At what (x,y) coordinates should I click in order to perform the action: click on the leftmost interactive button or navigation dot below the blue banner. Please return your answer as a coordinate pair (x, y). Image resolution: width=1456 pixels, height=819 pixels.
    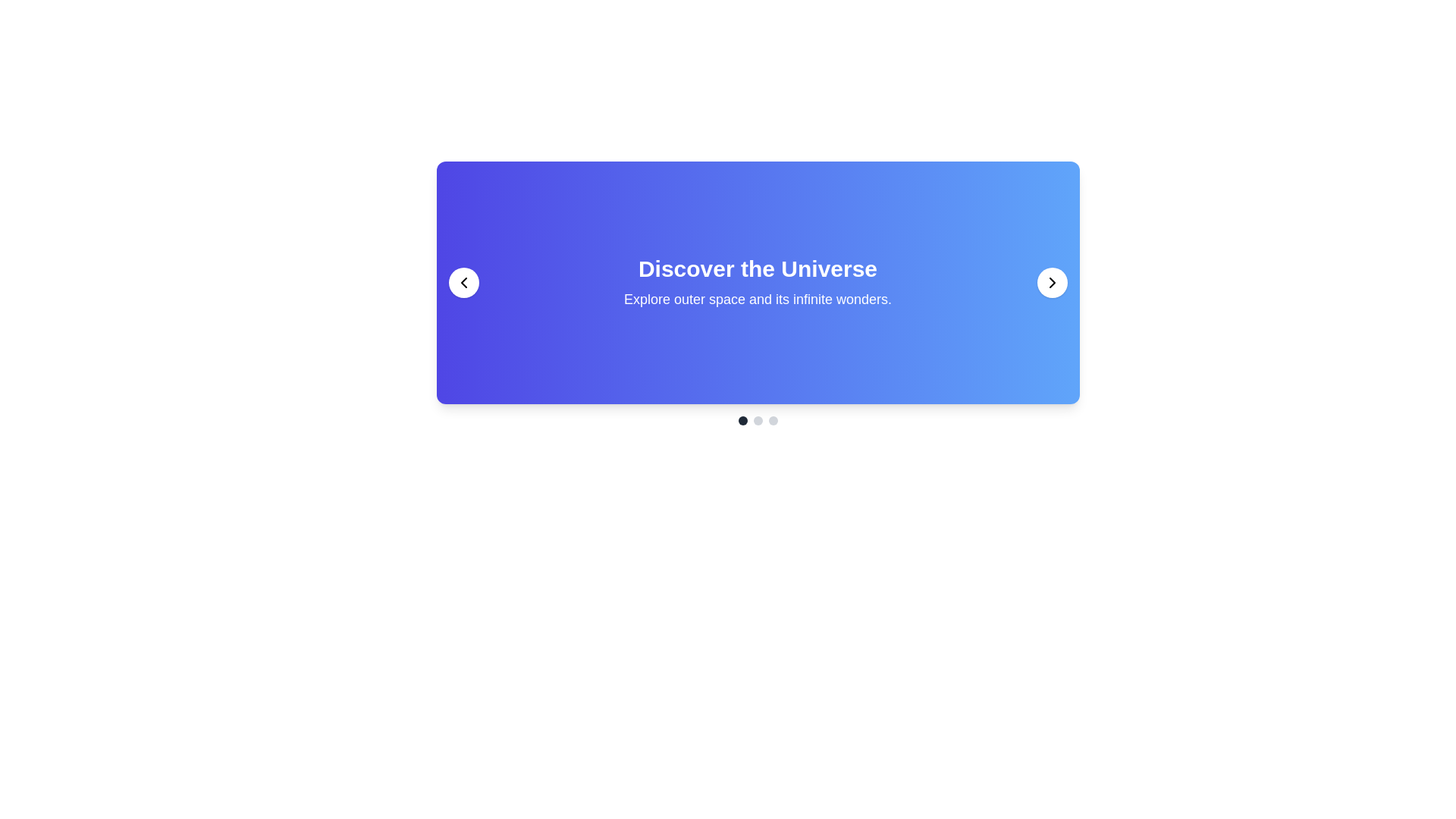
    Looking at the image, I should click on (742, 421).